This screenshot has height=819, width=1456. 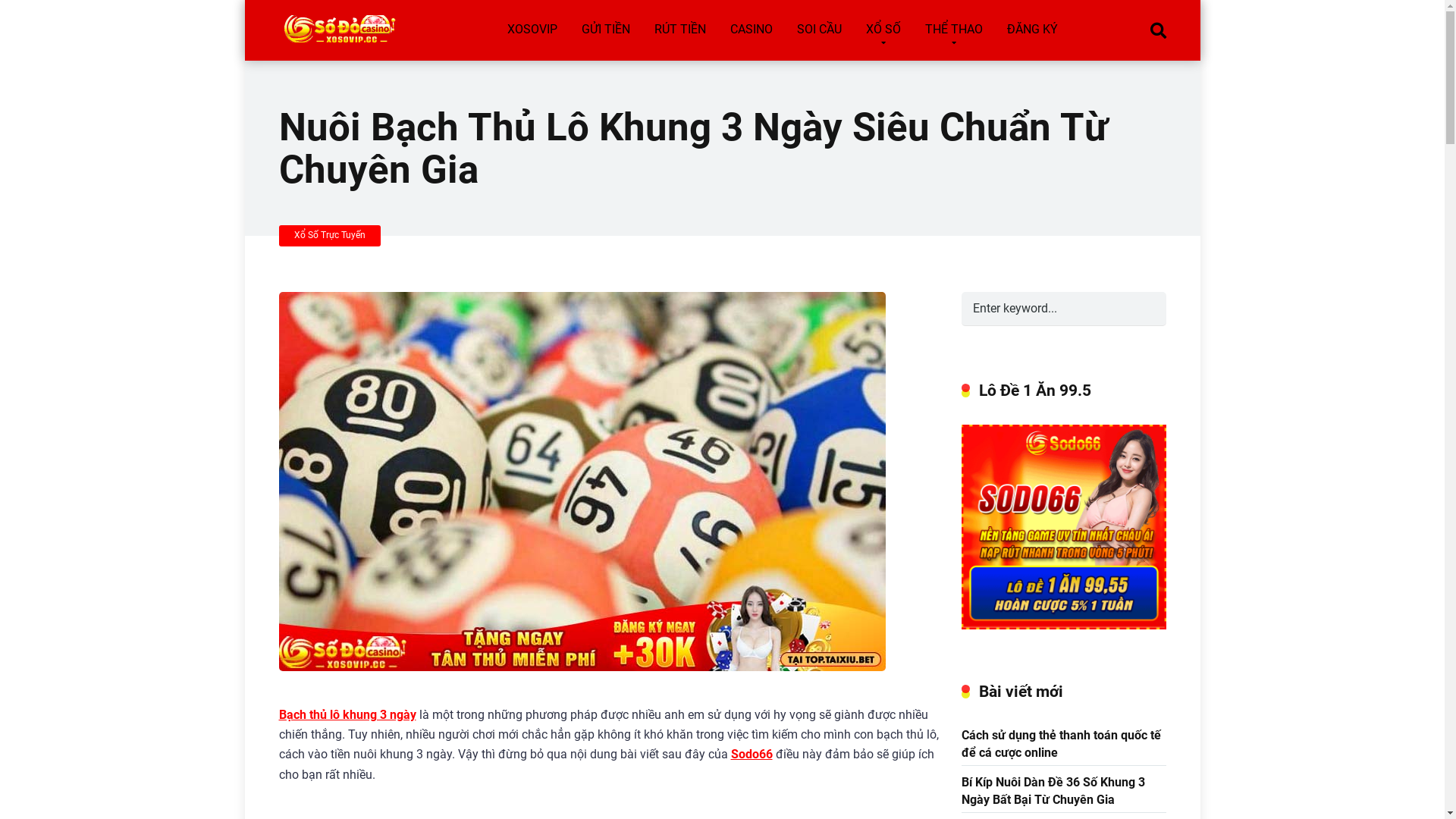 What do you see at coordinates (752, 754) in the screenshot?
I see `'Sodo66'` at bounding box center [752, 754].